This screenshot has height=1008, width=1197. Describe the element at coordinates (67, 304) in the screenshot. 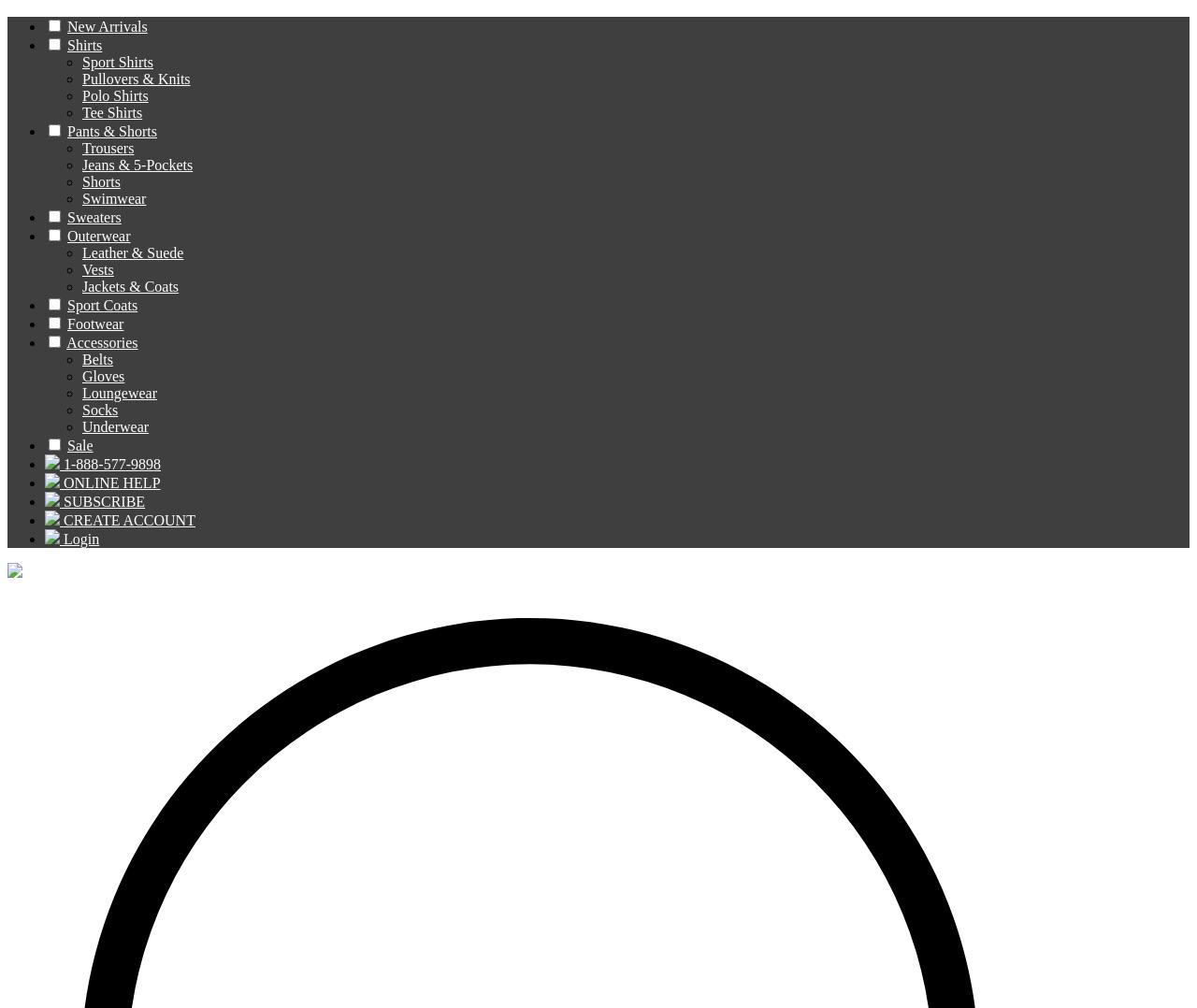

I see `'Sport Coats'` at that location.